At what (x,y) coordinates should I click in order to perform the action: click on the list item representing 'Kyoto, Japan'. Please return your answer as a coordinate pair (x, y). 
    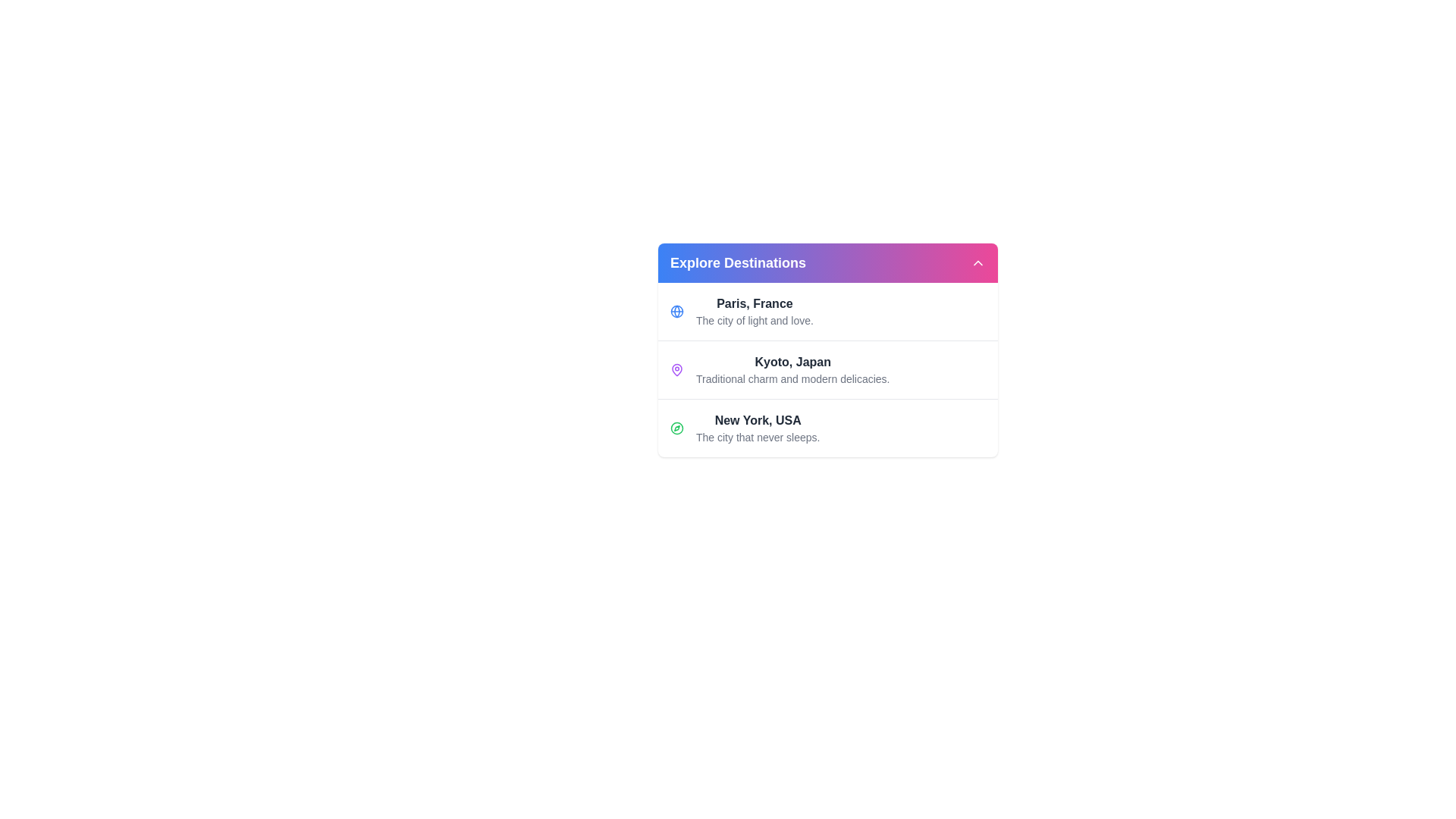
    Looking at the image, I should click on (827, 369).